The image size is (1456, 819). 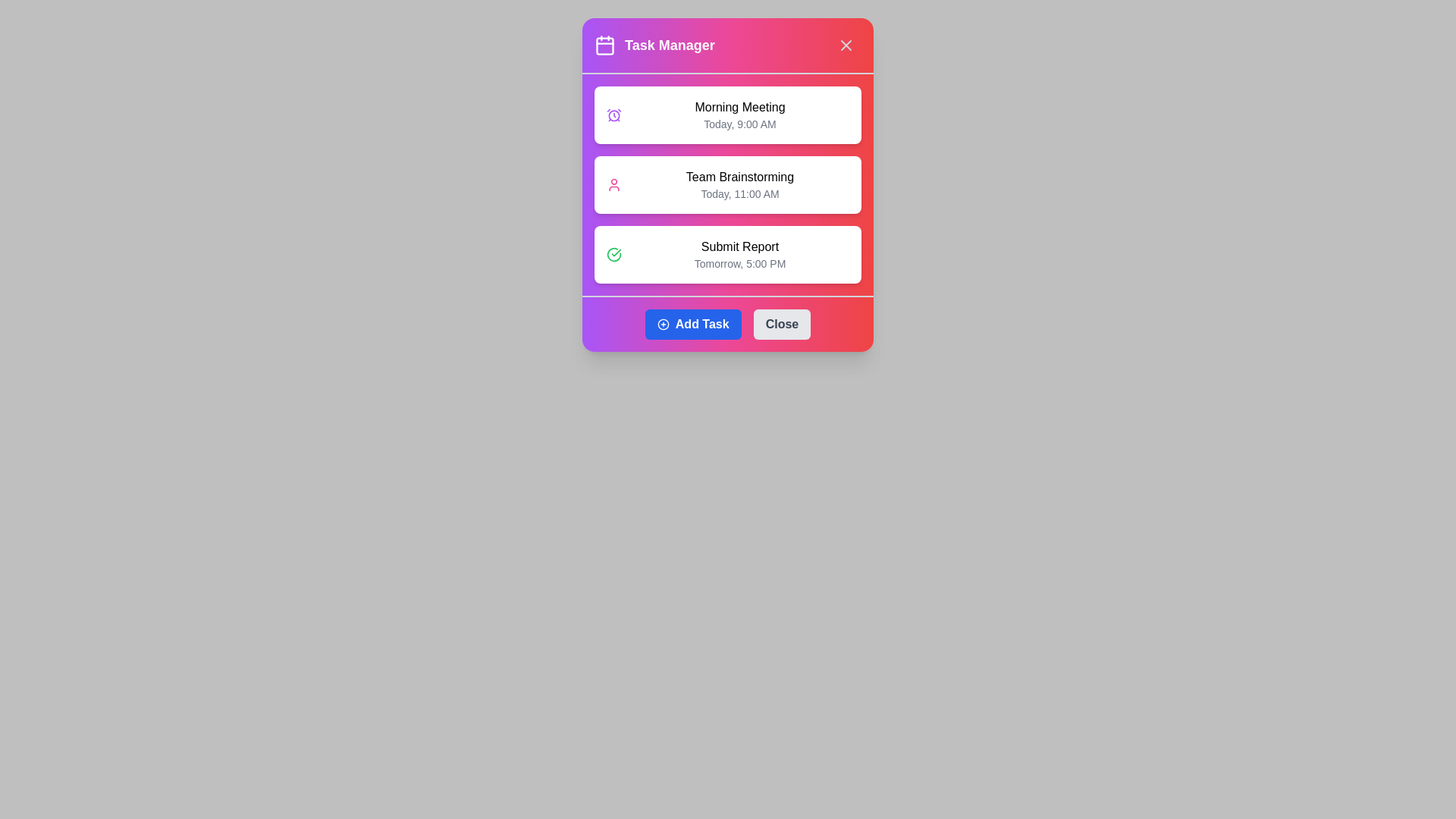 I want to click on the largest SVG circle graphic element located at the top-left corner of the 'Task Manager' pop-up window, which serves as a decorative or structural component of the task manager header, so click(x=663, y=324).